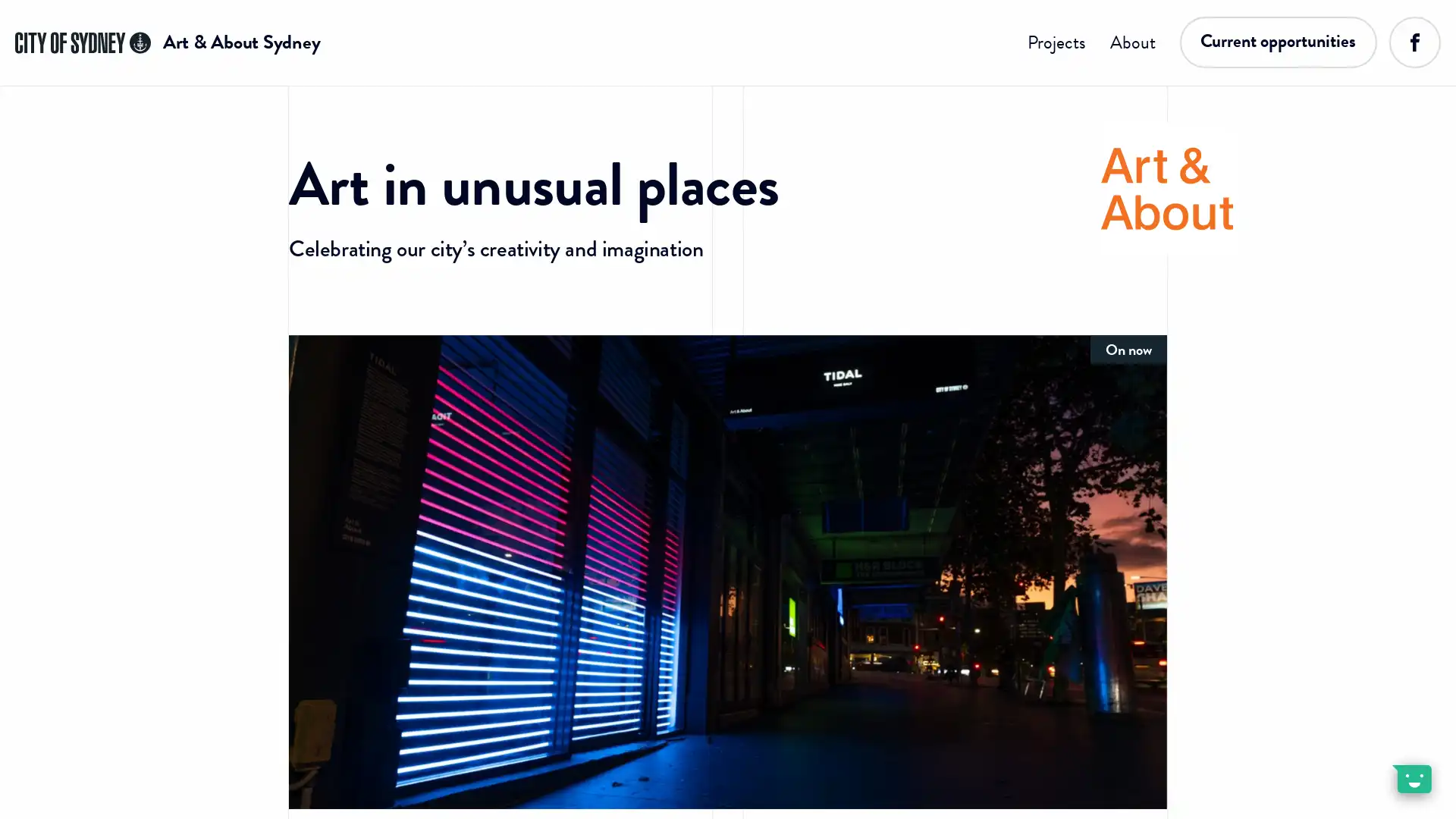  I want to click on Open, so click(1410, 778).